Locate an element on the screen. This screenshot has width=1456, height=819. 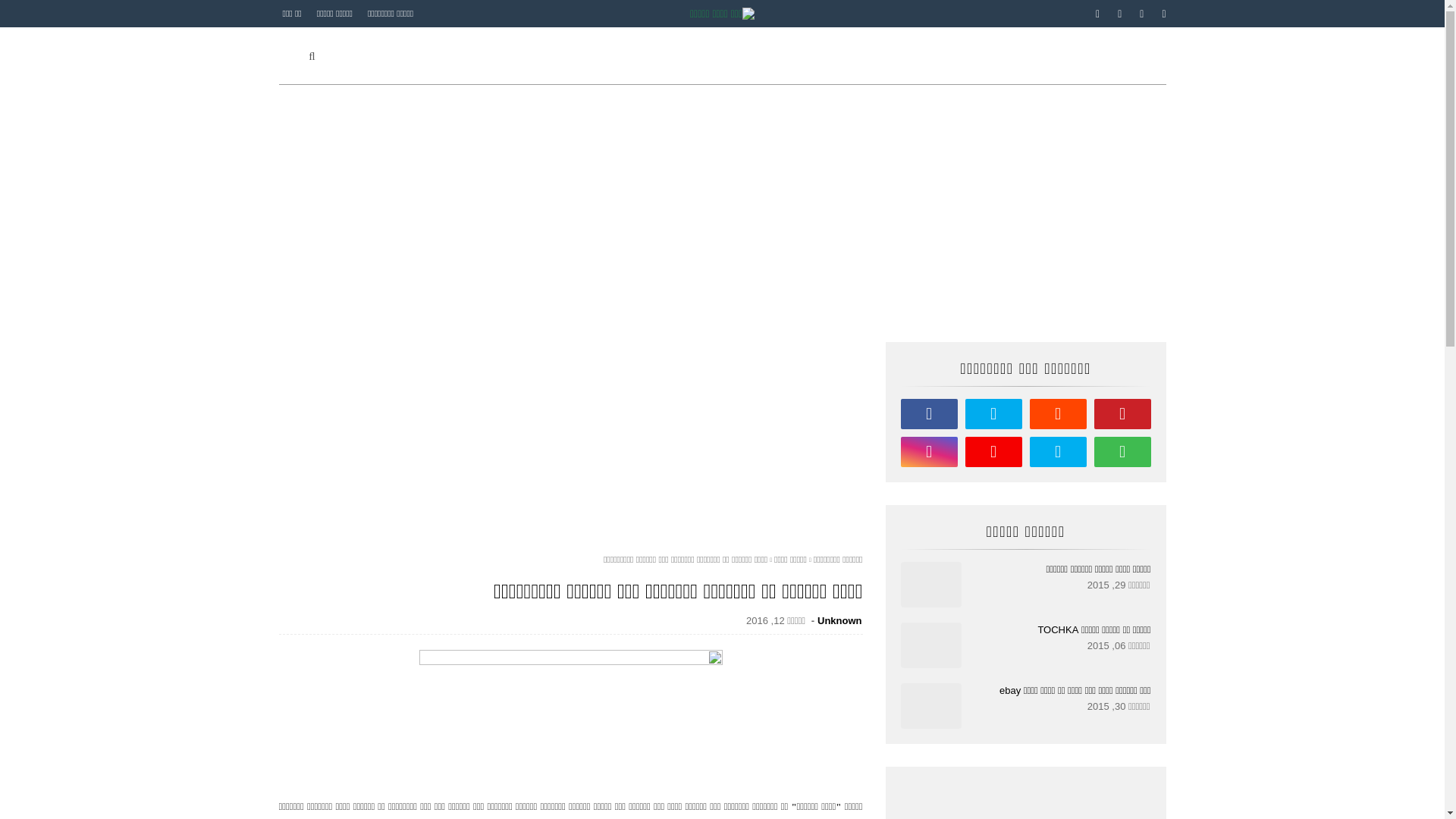
'Advertisement' is located at coordinates (722, 213).